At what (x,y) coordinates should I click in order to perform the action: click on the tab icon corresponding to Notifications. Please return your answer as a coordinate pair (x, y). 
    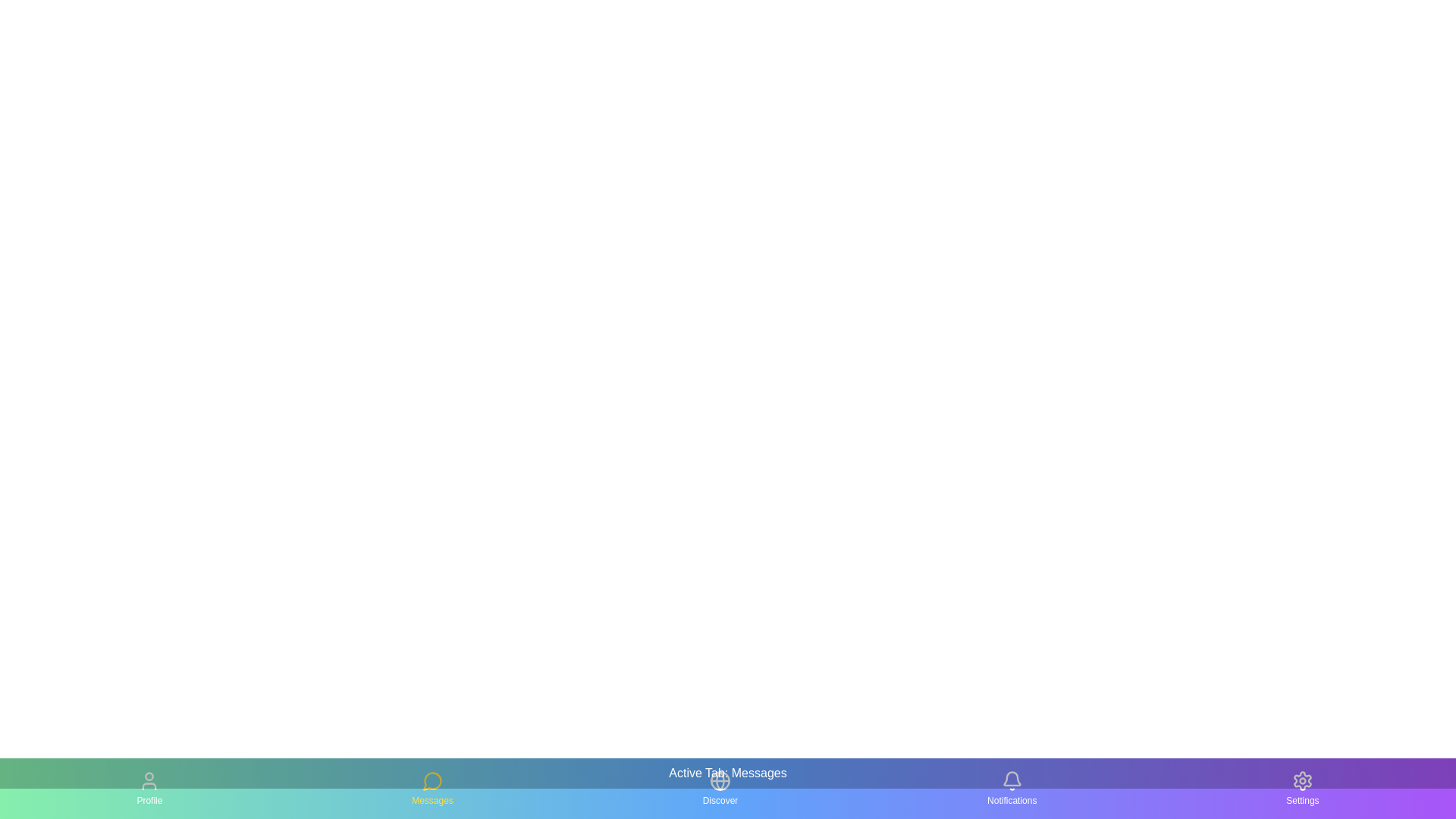
    Looking at the image, I should click on (1012, 788).